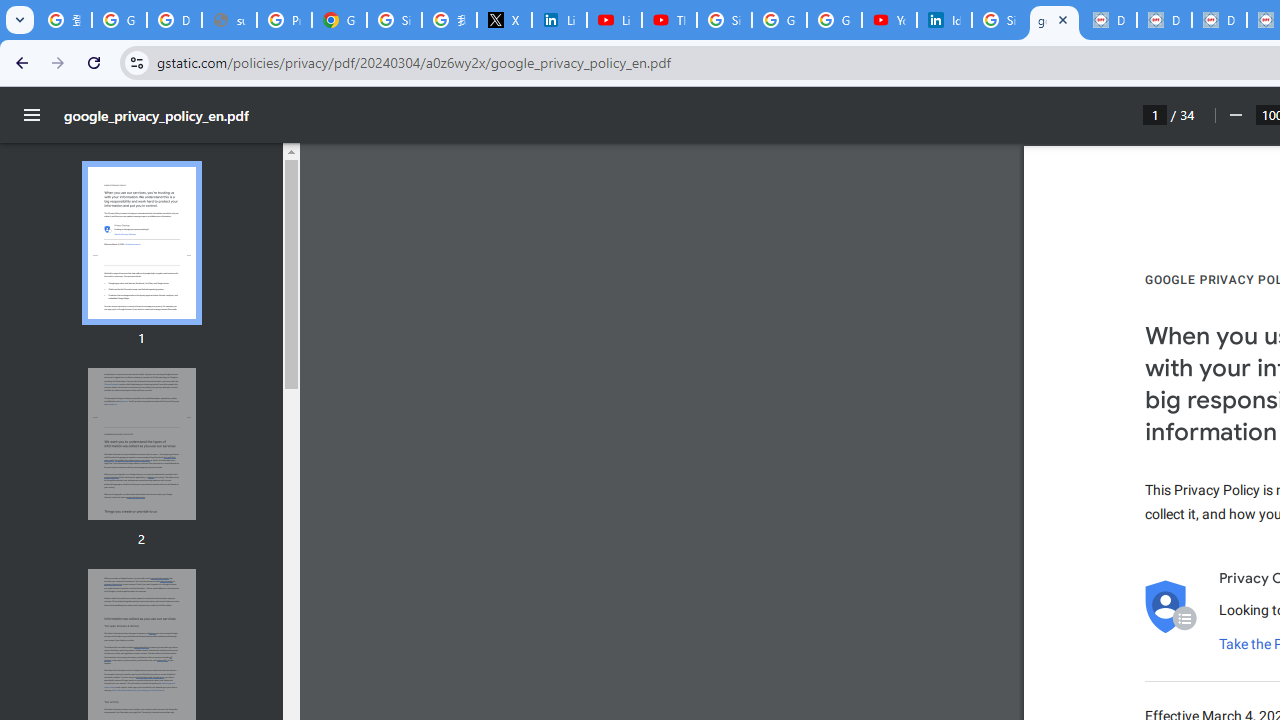 This screenshot has height=720, width=1280. I want to click on 'X', so click(504, 20).